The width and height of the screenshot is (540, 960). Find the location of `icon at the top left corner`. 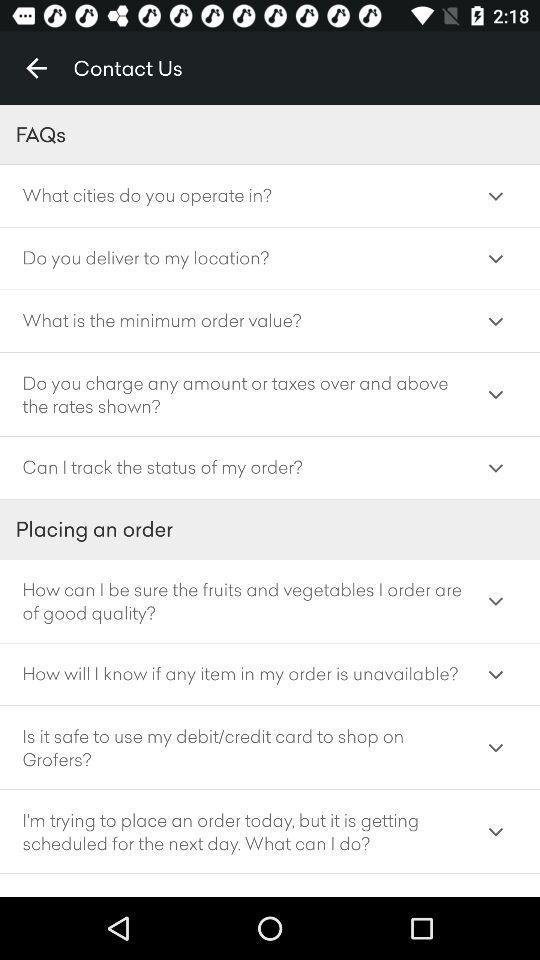

icon at the top left corner is located at coordinates (36, 68).